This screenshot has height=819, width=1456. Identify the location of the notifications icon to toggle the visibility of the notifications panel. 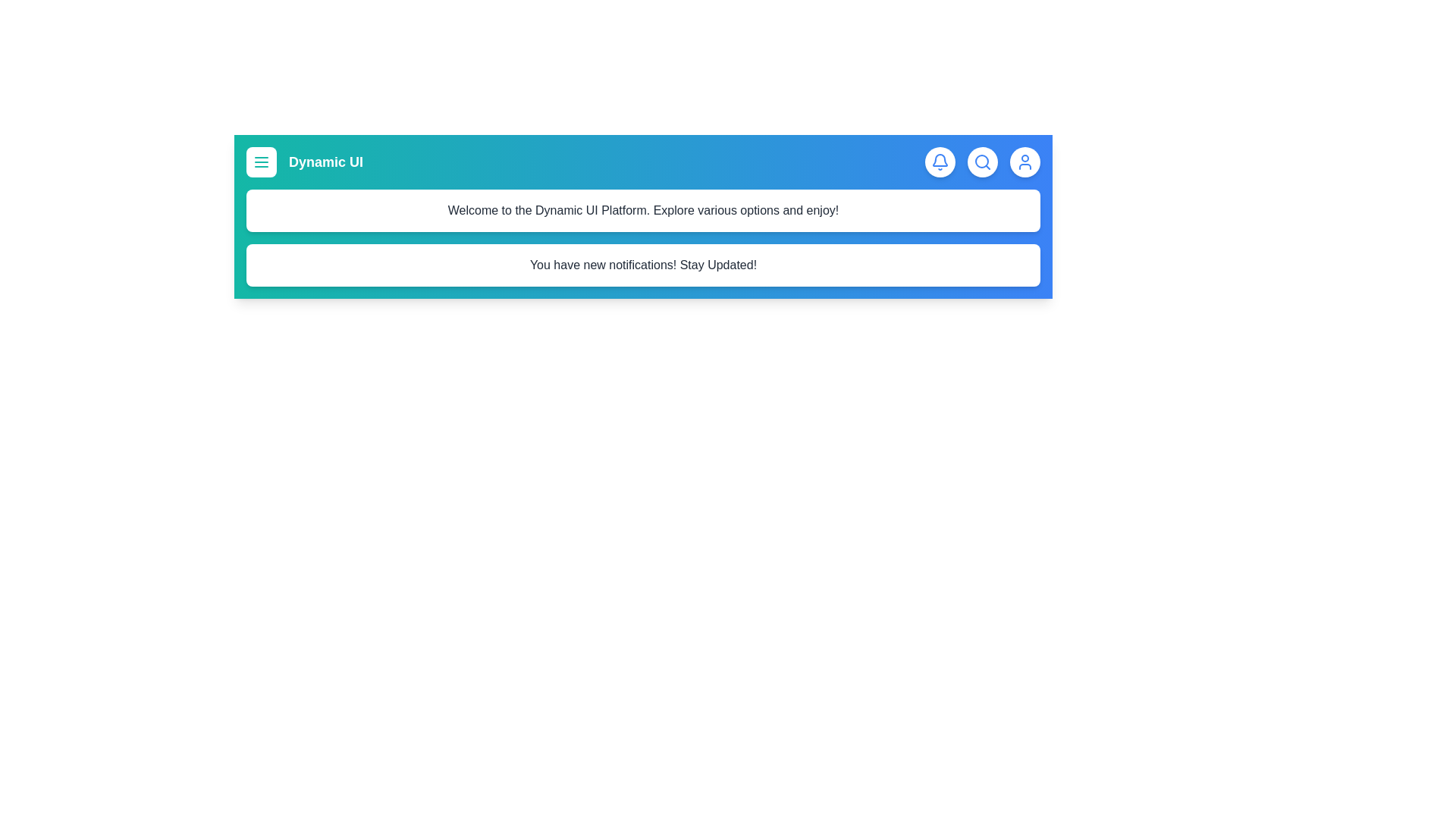
(939, 162).